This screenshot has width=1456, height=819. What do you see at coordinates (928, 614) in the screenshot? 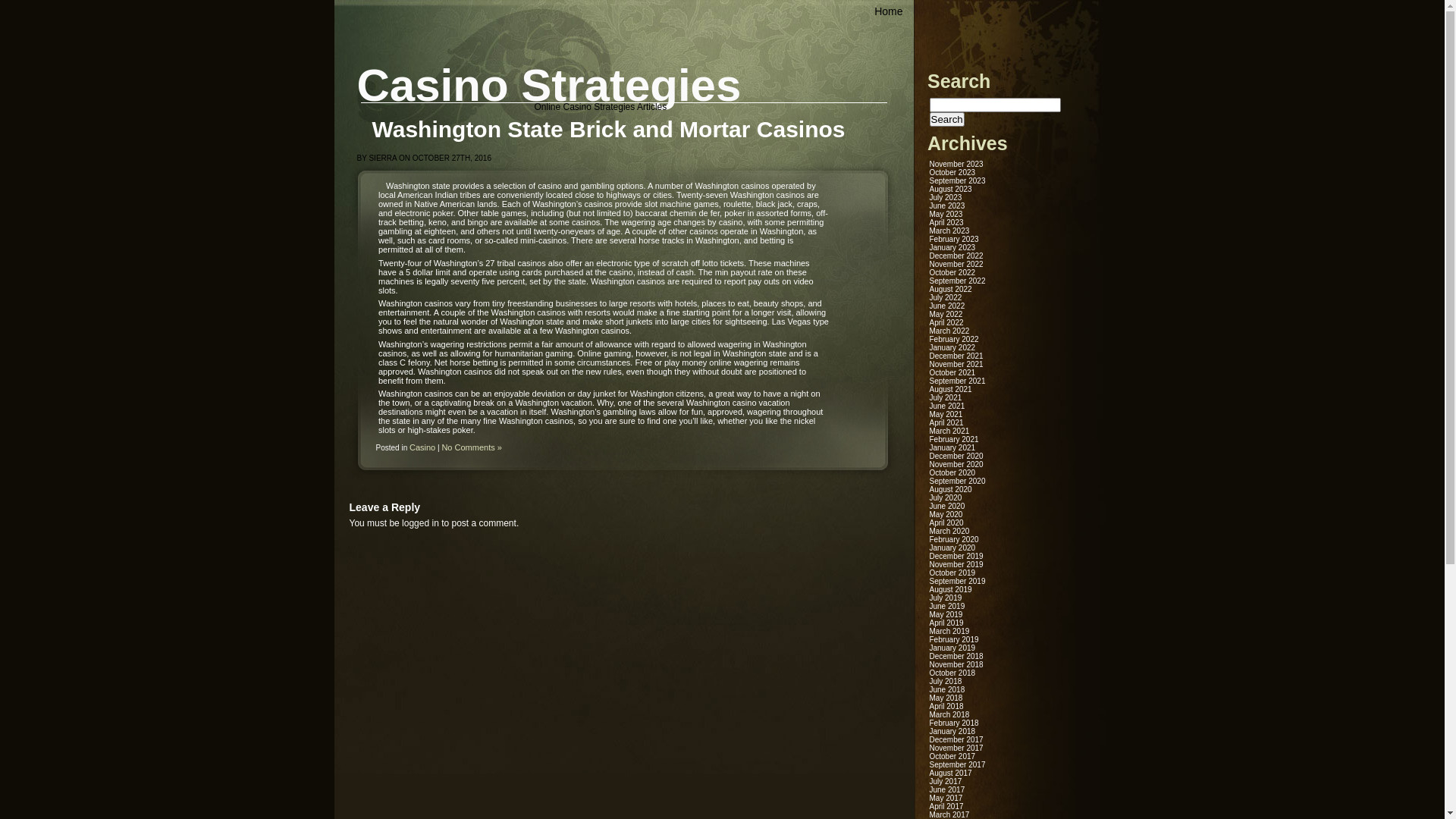
I see `'May 2019'` at bounding box center [928, 614].